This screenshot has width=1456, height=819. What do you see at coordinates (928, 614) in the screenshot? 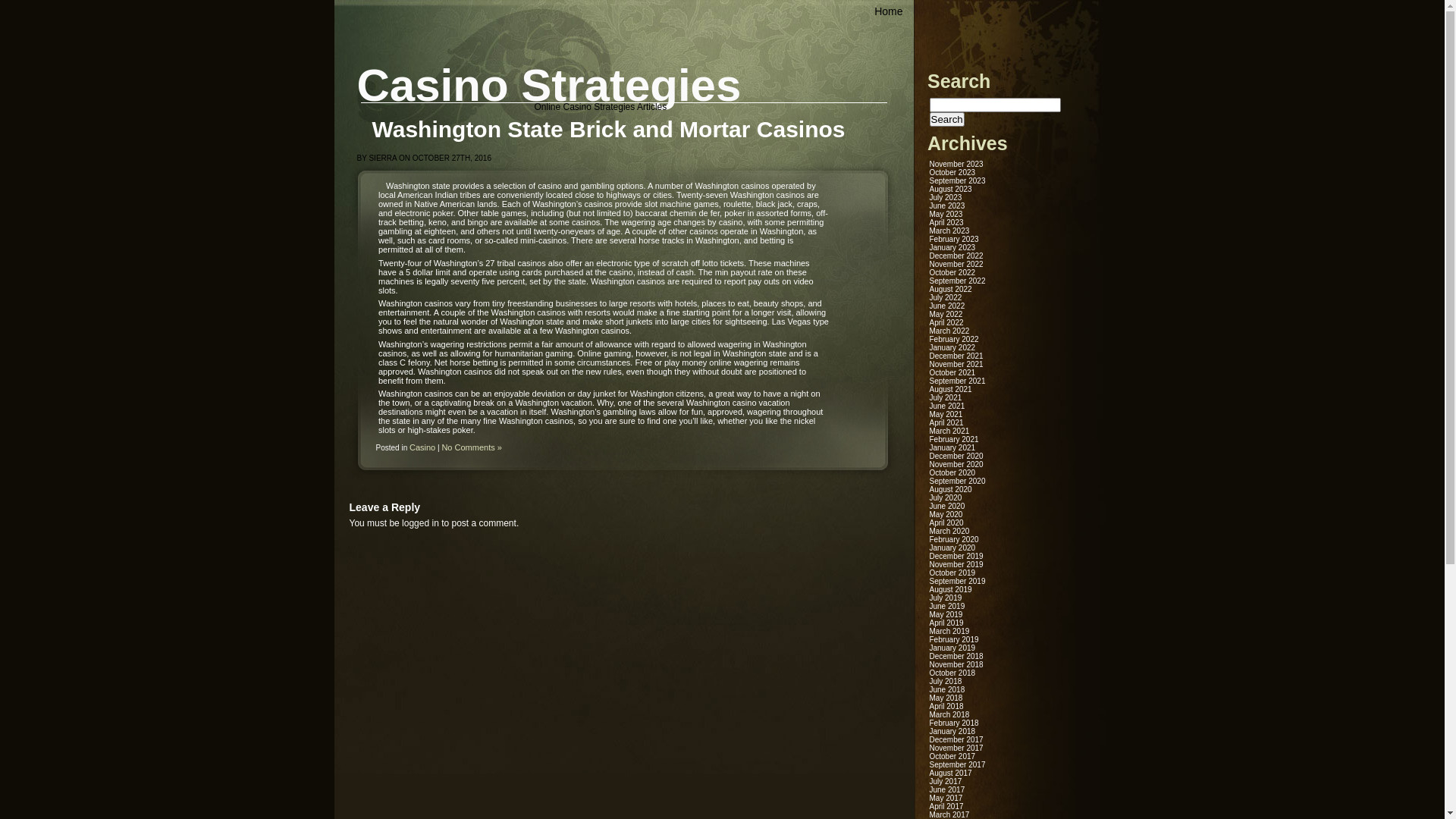
I see `'May 2019'` at bounding box center [928, 614].